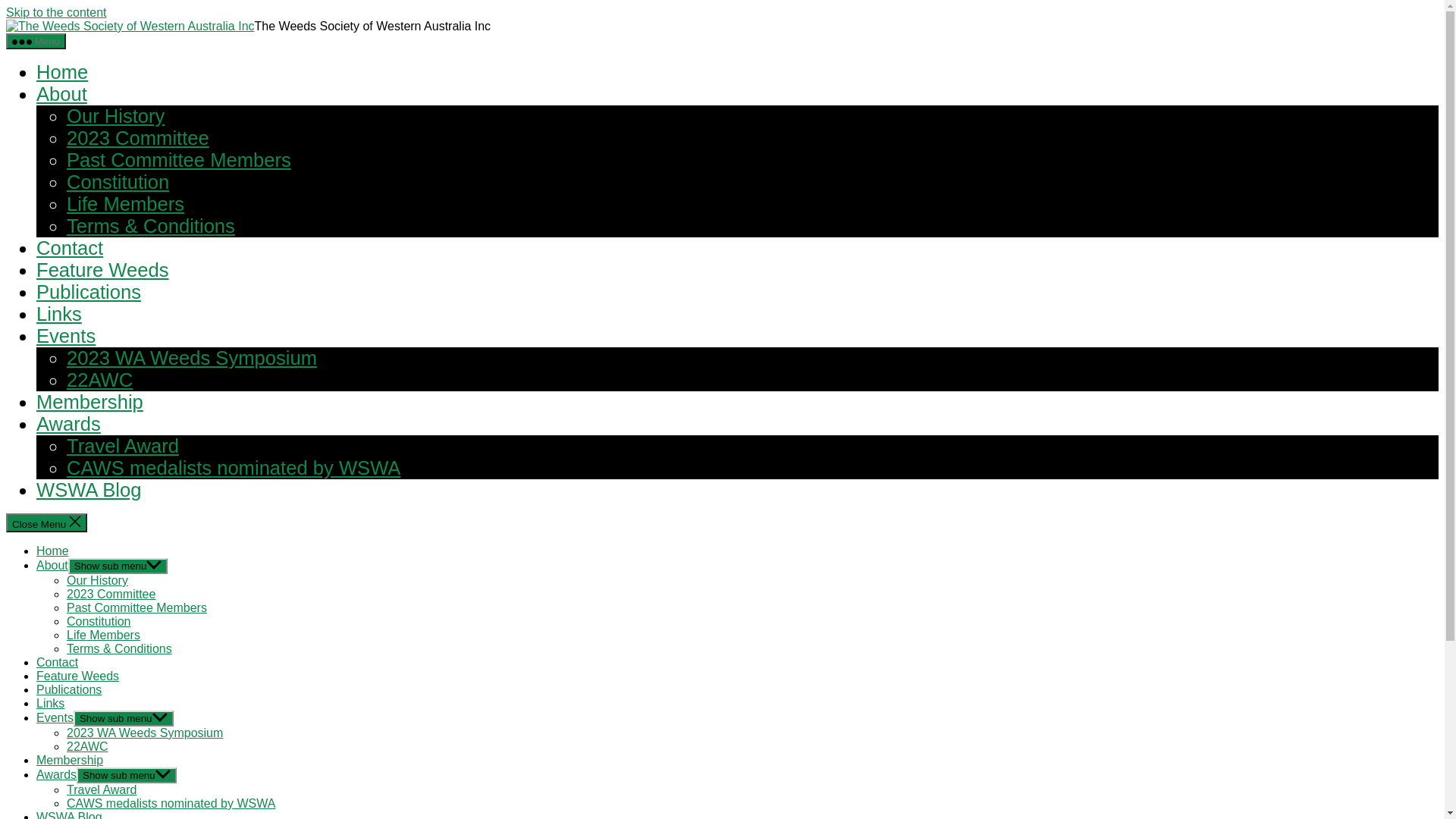 This screenshot has width=1456, height=819. I want to click on 'Past Committee Members', so click(178, 160).